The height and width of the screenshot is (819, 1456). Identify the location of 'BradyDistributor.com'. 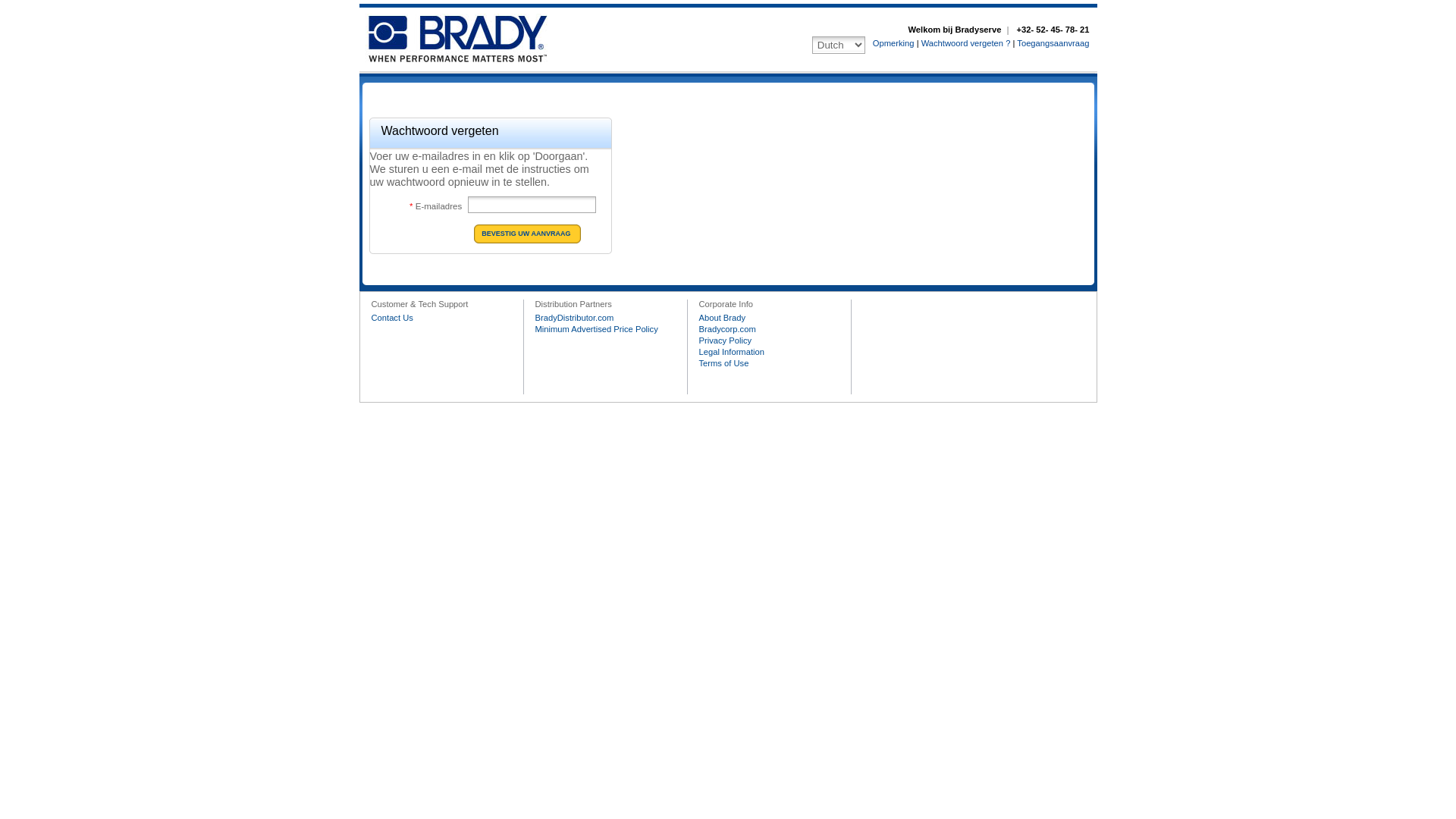
(574, 317).